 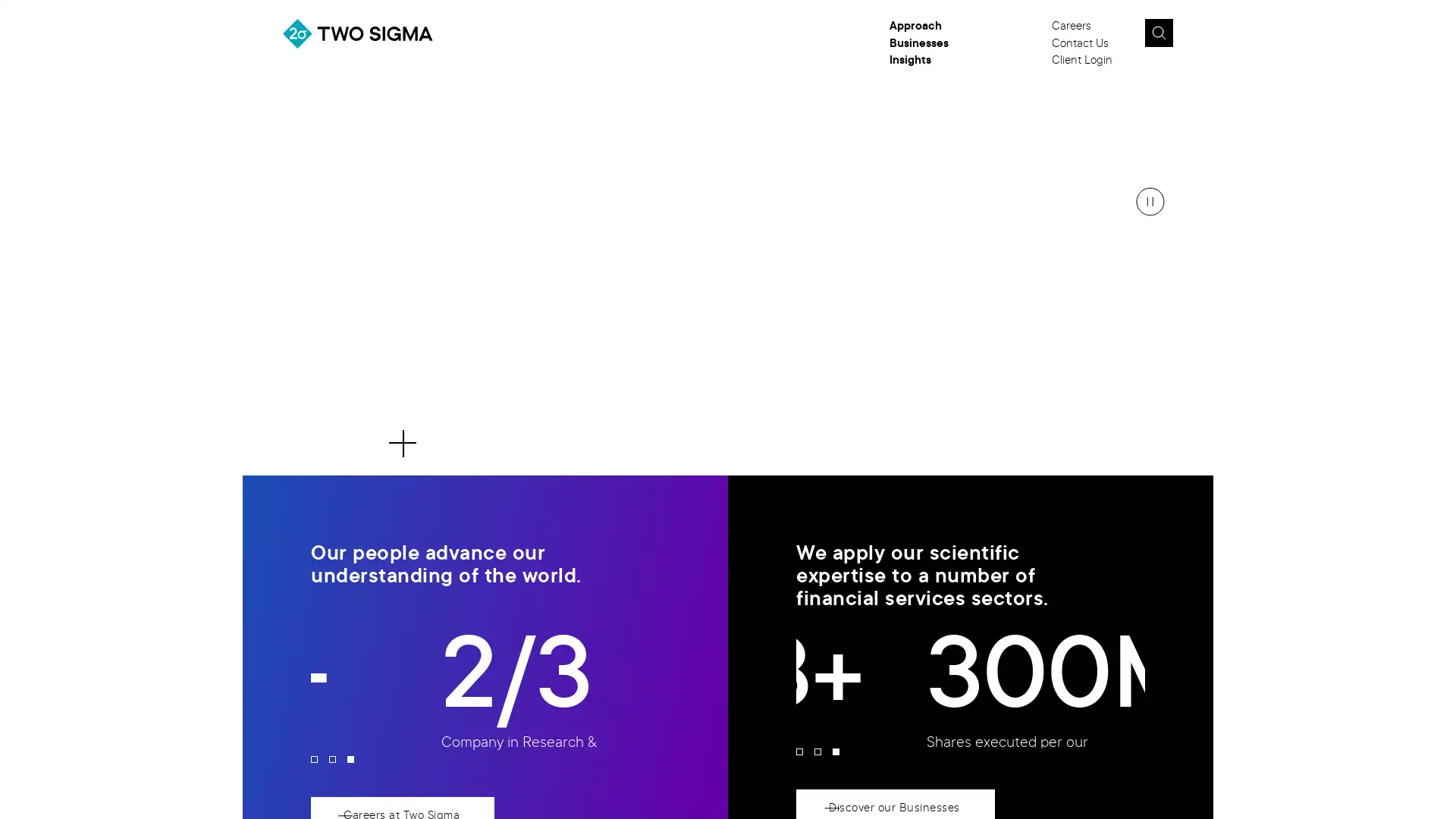 What do you see at coordinates (1157, 33) in the screenshot?
I see `Search` at bounding box center [1157, 33].